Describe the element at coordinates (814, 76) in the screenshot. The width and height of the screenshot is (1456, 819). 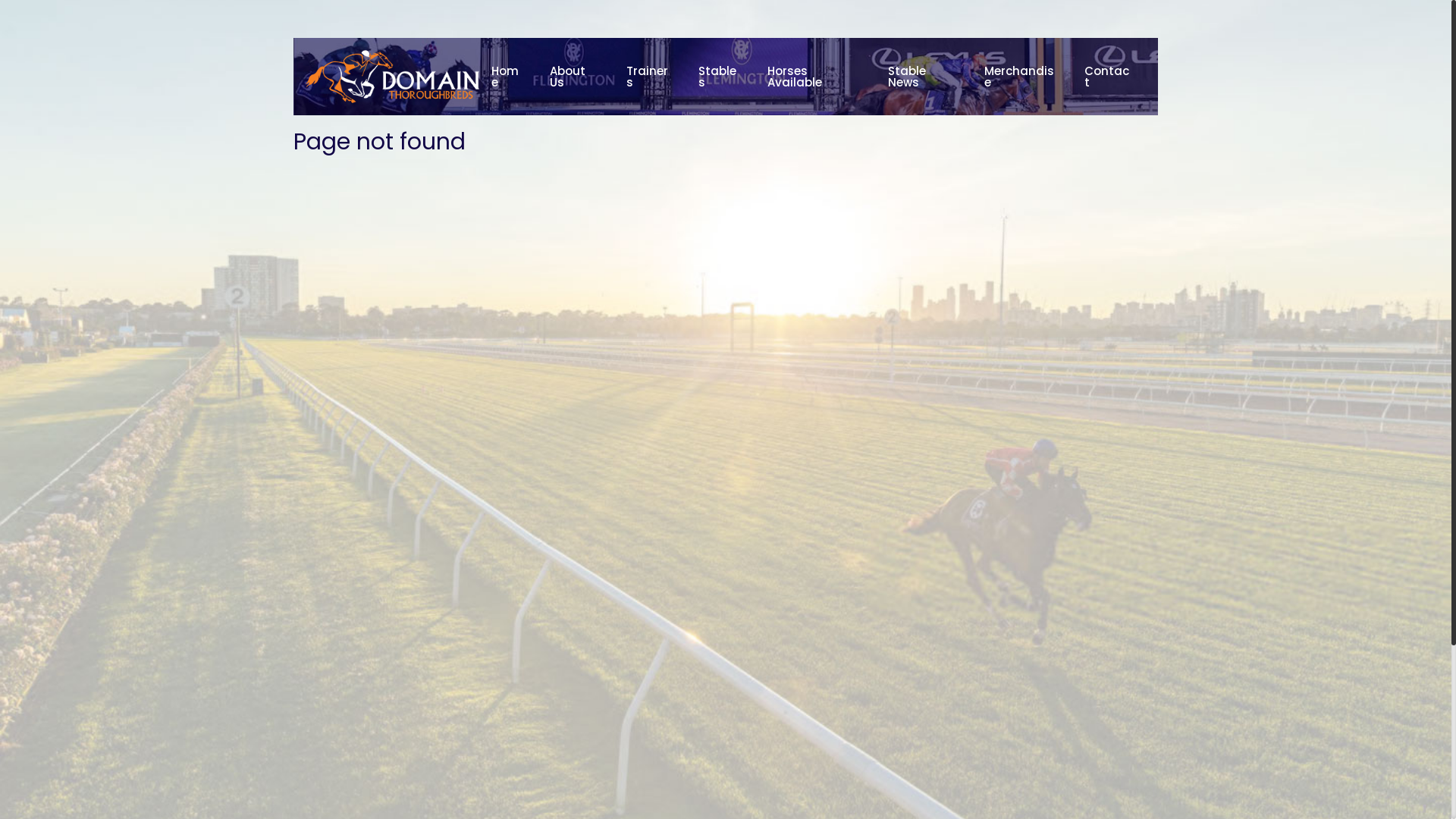
I see `'Horses Available'` at that location.